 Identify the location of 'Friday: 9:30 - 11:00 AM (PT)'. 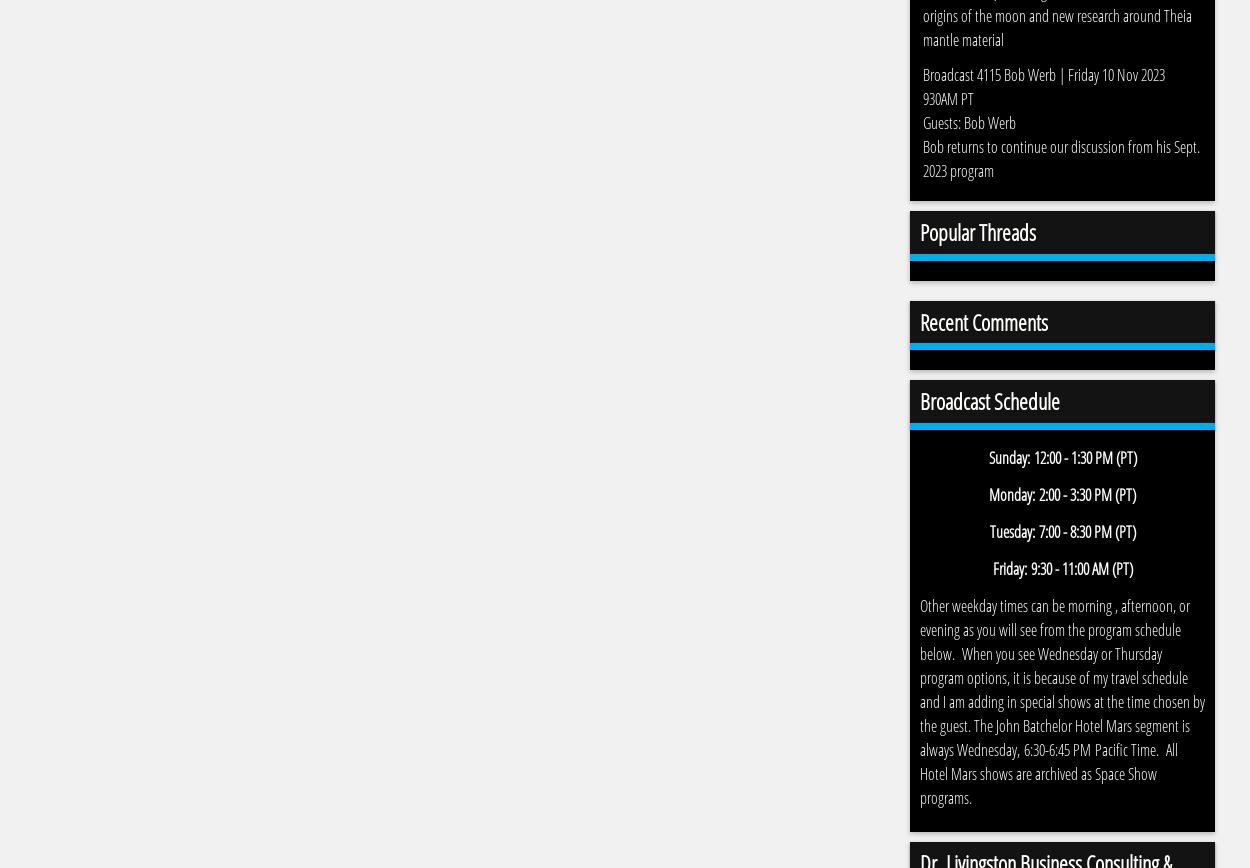
(1062, 568).